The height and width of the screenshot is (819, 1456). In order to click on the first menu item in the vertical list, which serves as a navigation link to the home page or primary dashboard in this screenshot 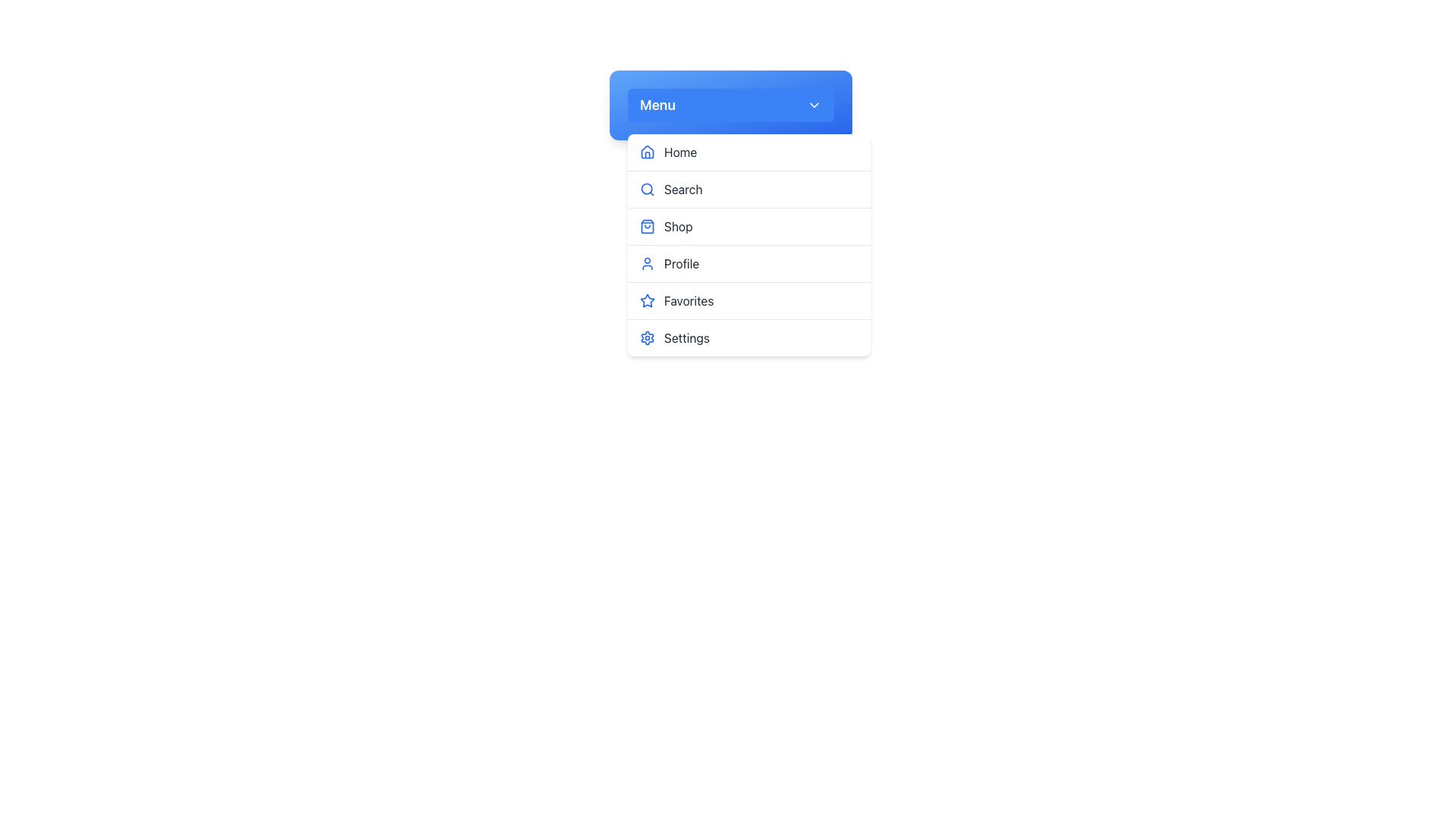, I will do `click(749, 152)`.